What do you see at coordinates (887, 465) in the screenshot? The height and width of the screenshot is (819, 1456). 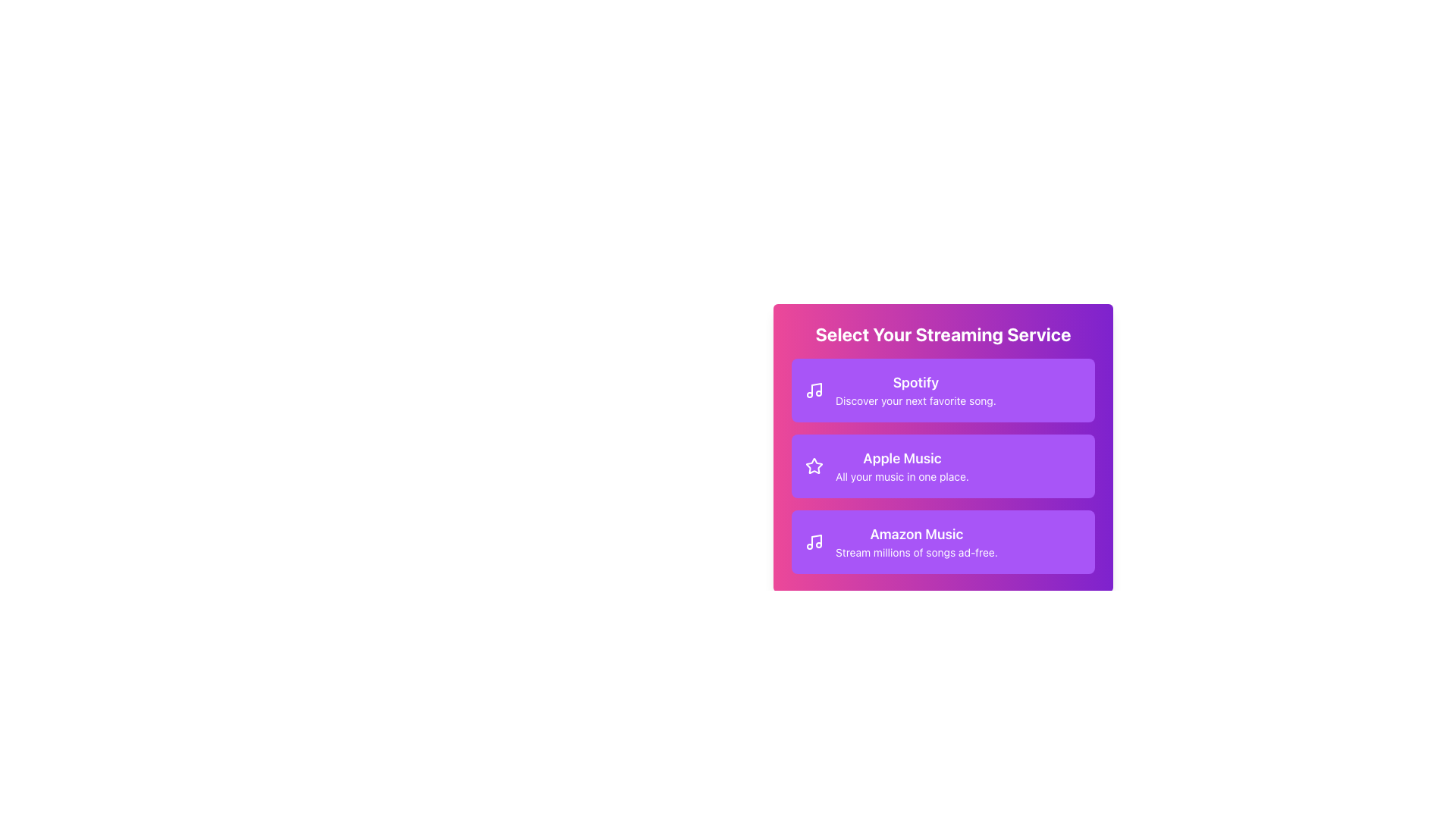 I see `the 'Apple Music' Text and Icon Combo, which is centrally aligned in the second horizontal section of the list styled as a purple card` at bounding box center [887, 465].